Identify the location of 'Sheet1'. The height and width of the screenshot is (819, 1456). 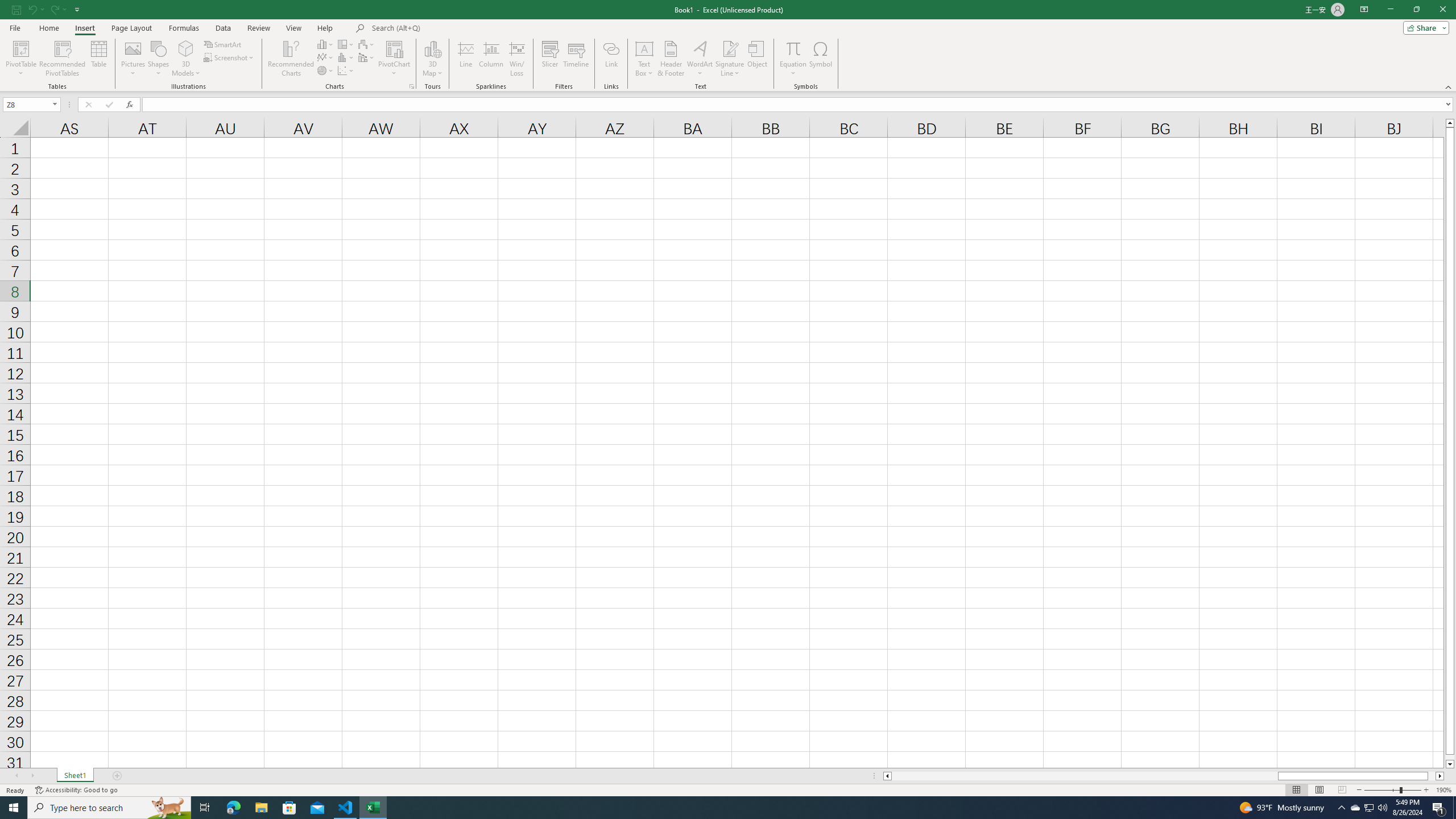
(74, 775).